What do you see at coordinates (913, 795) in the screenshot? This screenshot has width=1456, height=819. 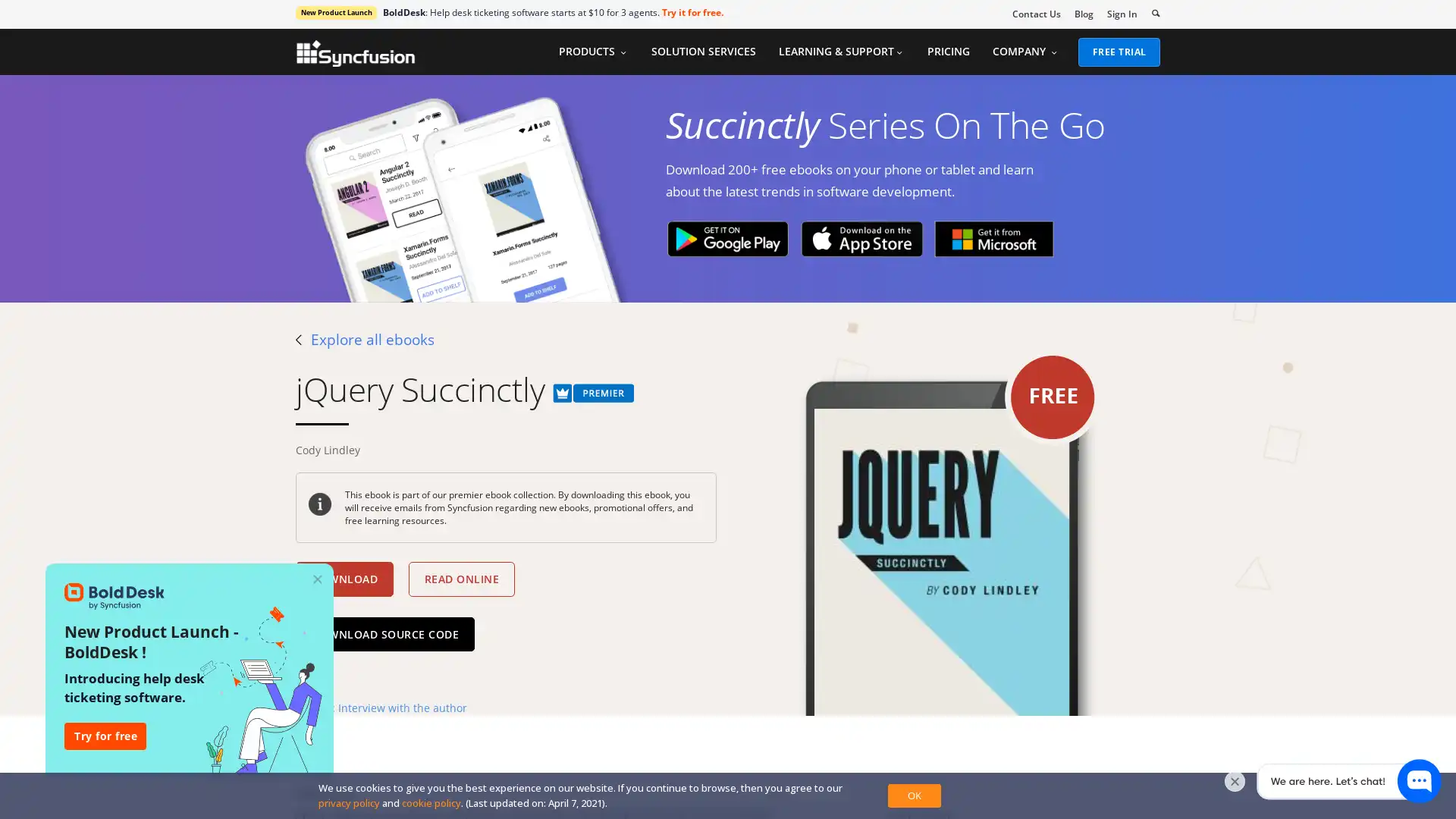 I see `OK` at bounding box center [913, 795].